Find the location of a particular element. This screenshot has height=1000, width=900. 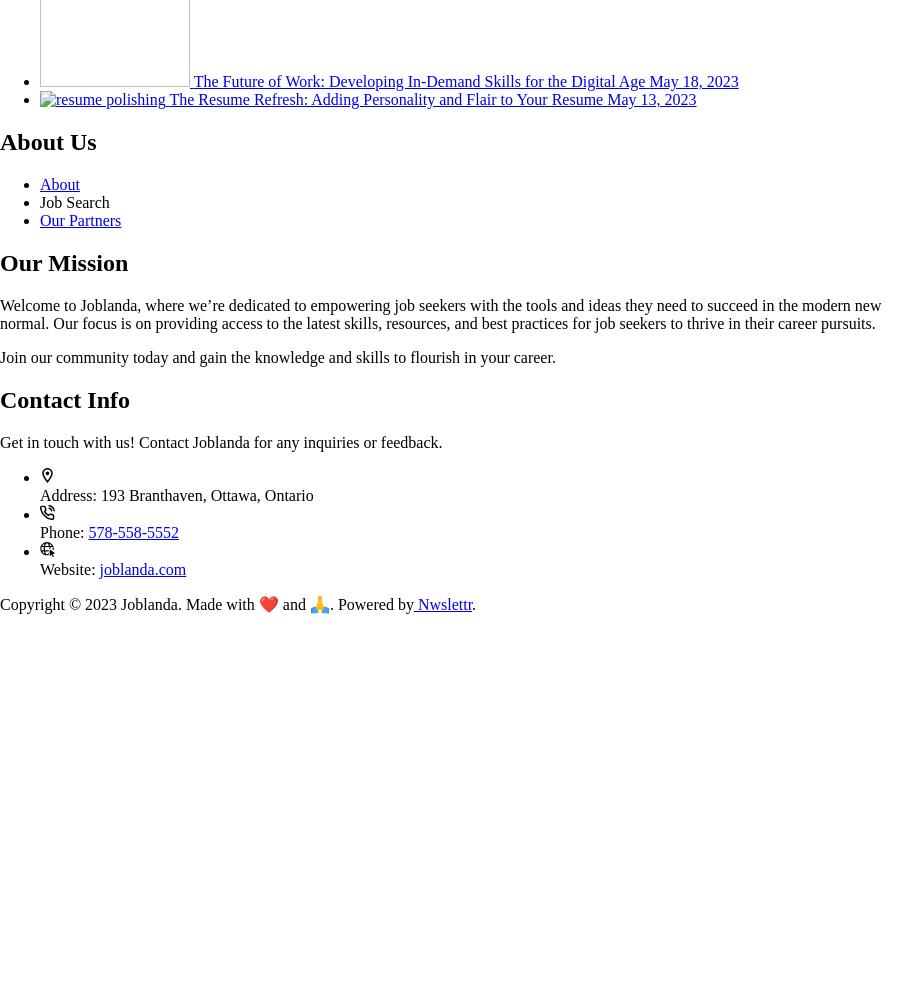

'Website:' is located at coordinates (38, 567).